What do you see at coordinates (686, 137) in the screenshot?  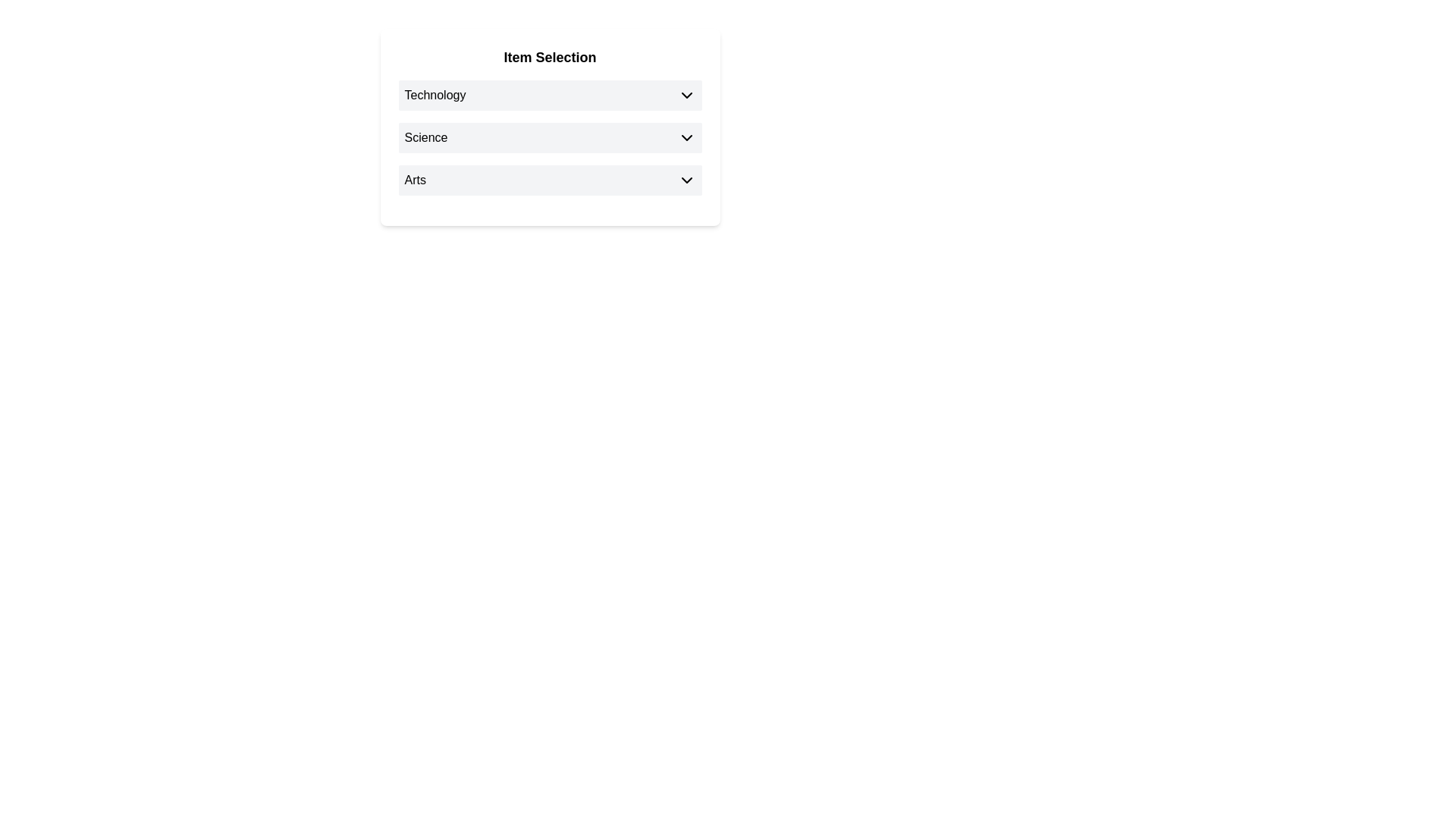 I see `the downward-pointing chevron icon in the 'Science' row of the dropdown menu` at bounding box center [686, 137].